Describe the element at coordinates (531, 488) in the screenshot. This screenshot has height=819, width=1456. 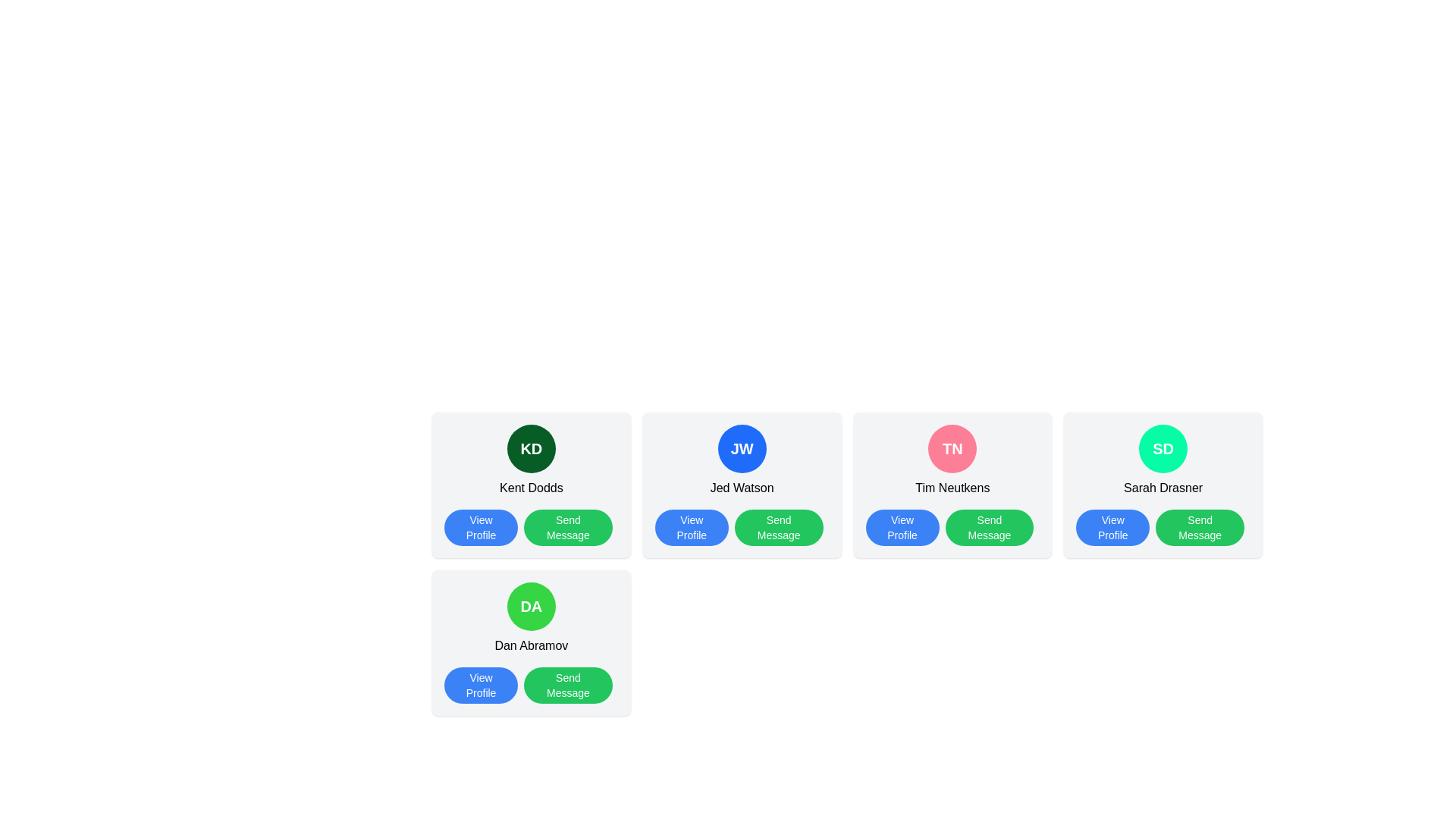
I see `the text label displaying 'Kent Dodds', which is styled with a medium font size and positioned below the avatar with initials 'KD'` at that location.